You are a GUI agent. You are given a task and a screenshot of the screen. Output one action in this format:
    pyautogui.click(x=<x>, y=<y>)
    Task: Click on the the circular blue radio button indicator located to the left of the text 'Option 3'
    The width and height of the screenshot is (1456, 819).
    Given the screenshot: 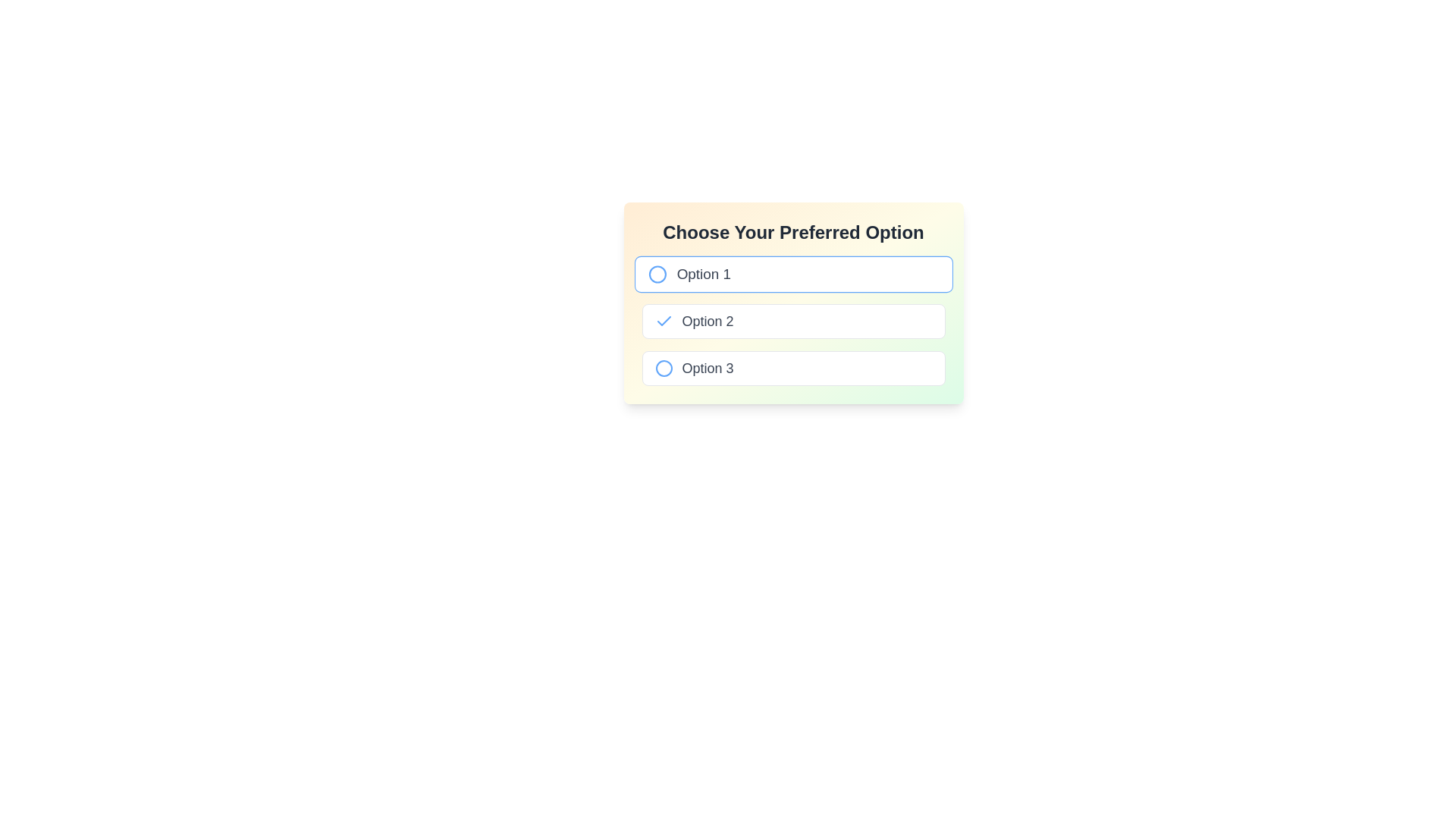 What is the action you would take?
    pyautogui.click(x=664, y=369)
    